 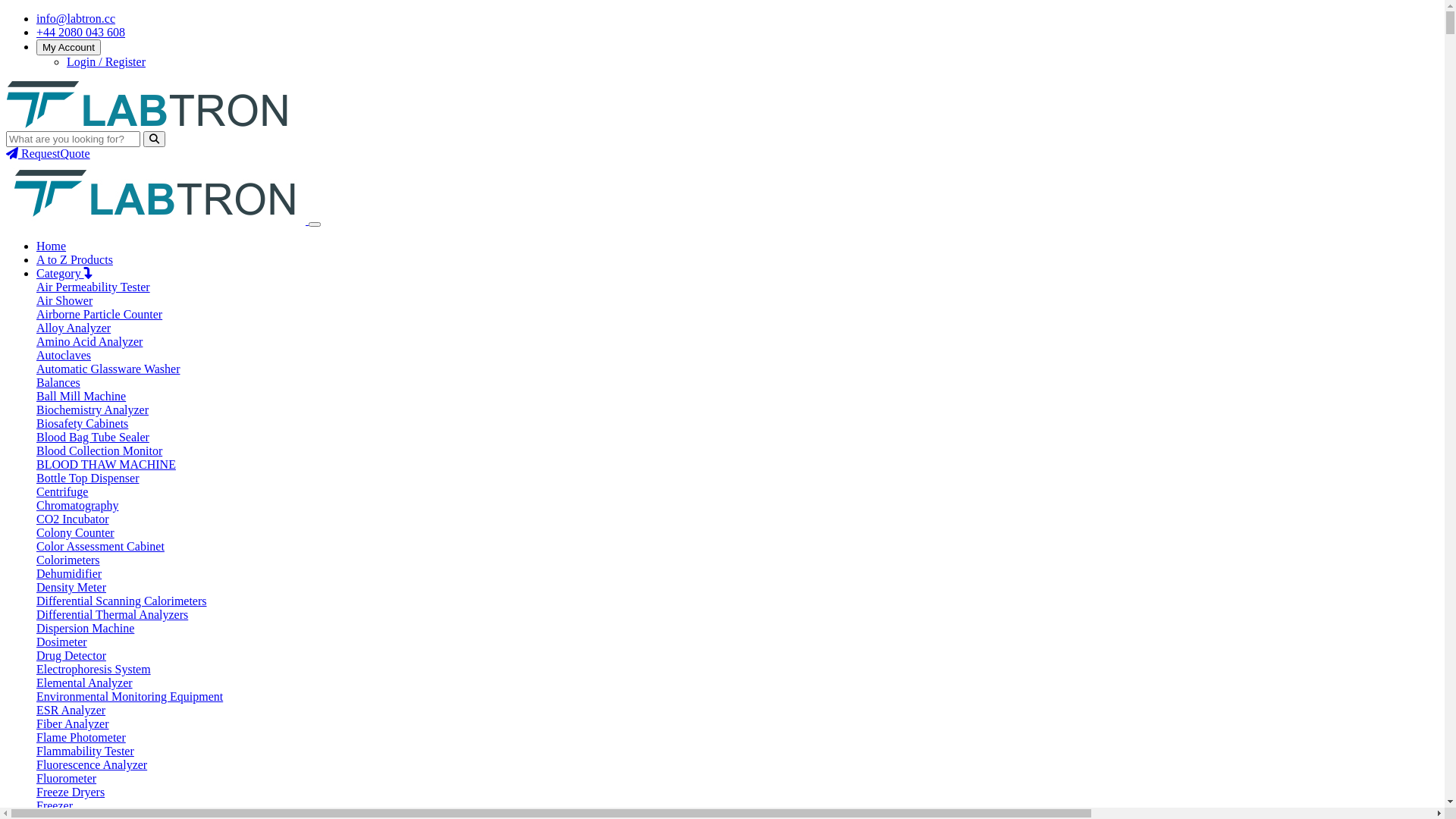 I want to click on 'Login / Register', so click(x=105, y=61).